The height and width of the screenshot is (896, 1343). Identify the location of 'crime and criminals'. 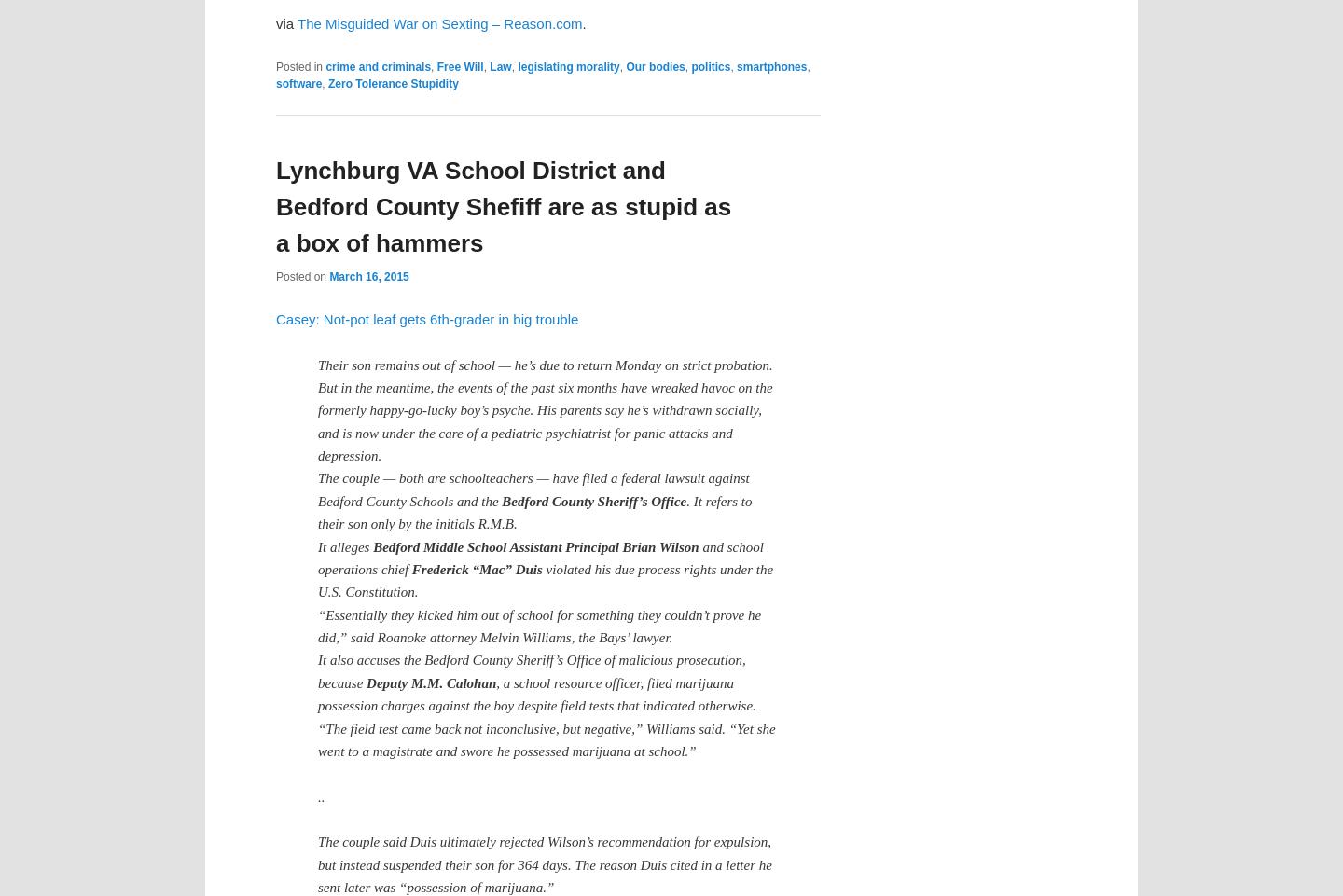
(325, 66).